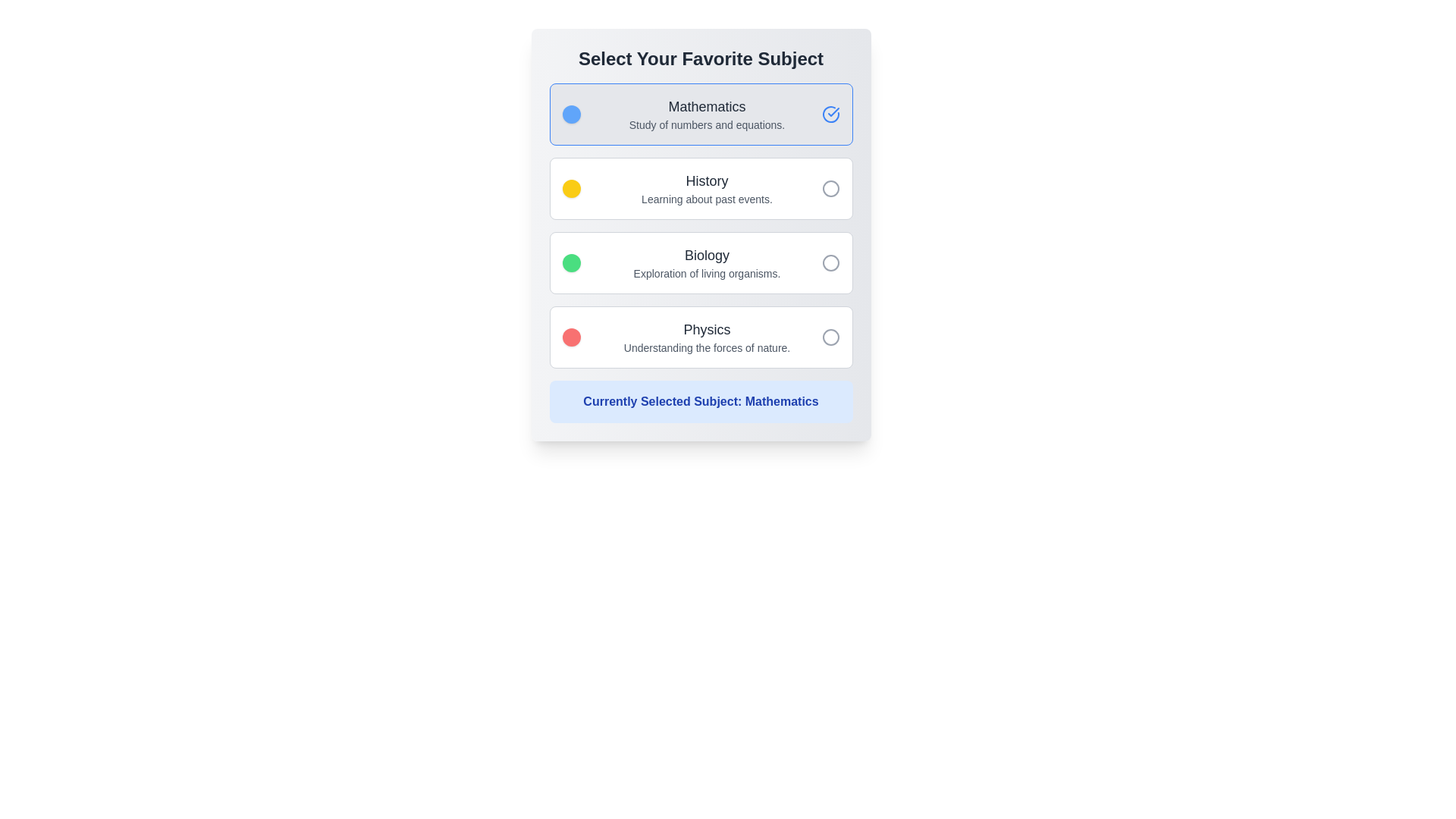 The width and height of the screenshot is (1456, 819). I want to click on the Text block containing the title and description for 'Mathematics', which is located within the first card of a vertically-stacked list of options, directly below its left-aligned circular icon, so click(706, 113).